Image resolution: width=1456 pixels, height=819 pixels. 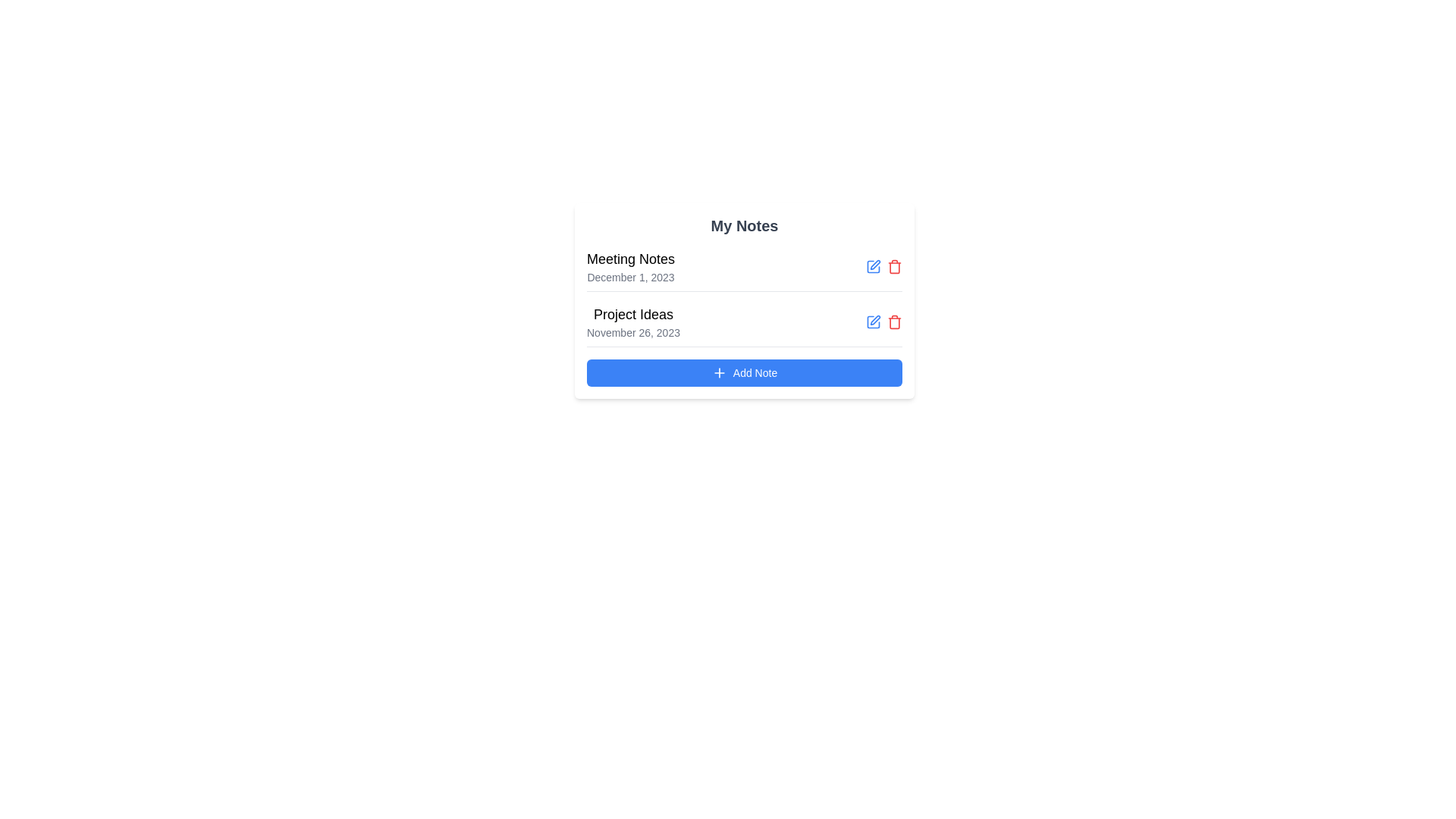 I want to click on the addition icon located to the left of the blue 'Add Note' button at the bottom of the 'My Notes' card, so click(x=718, y=373).